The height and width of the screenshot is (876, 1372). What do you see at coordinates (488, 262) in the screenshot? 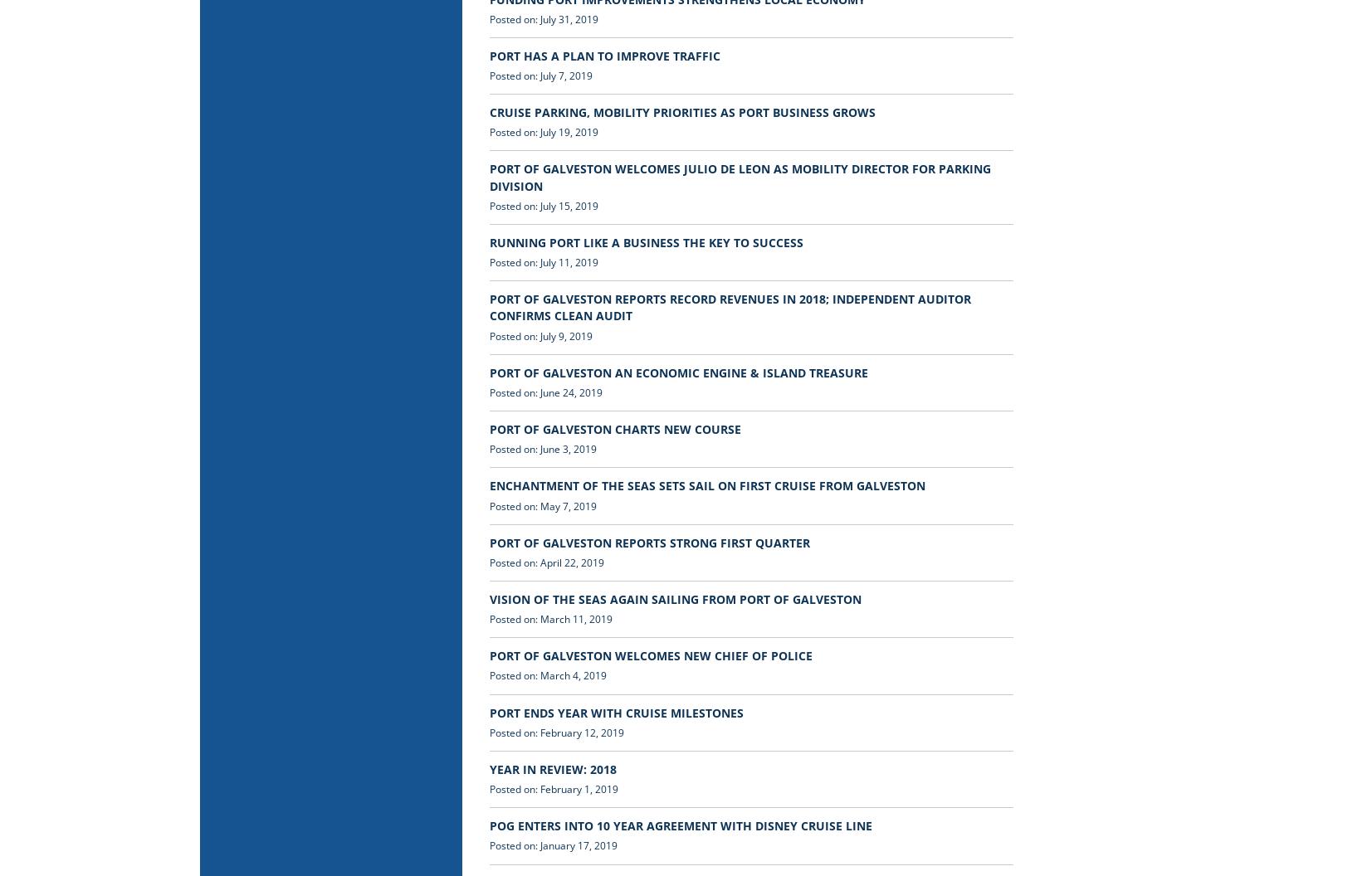
I see `'Posted on: July 11, 2019'` at bounding box center [488, 262].